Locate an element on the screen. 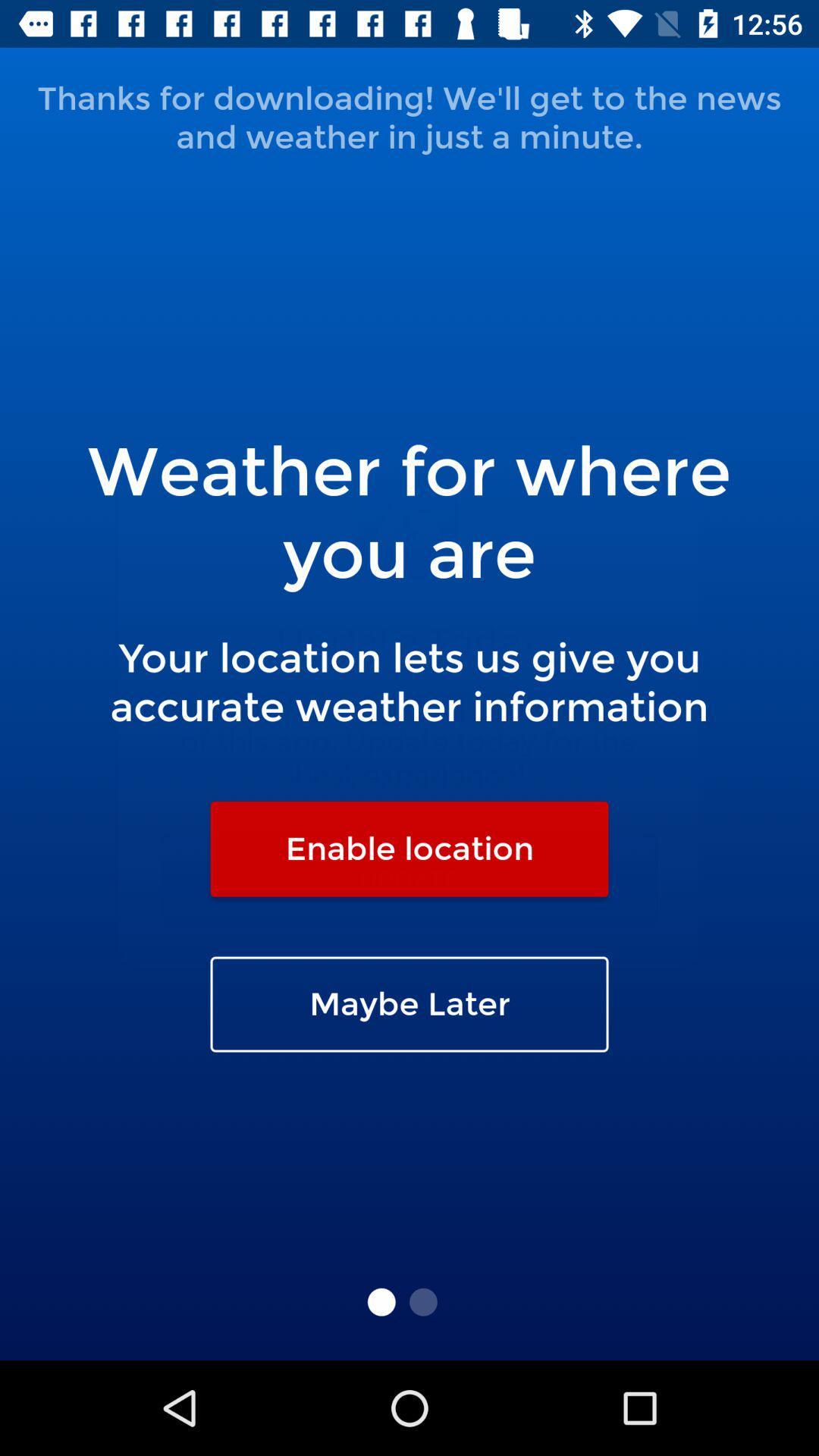  item below the enable location is located at coordinates (409, 1004).